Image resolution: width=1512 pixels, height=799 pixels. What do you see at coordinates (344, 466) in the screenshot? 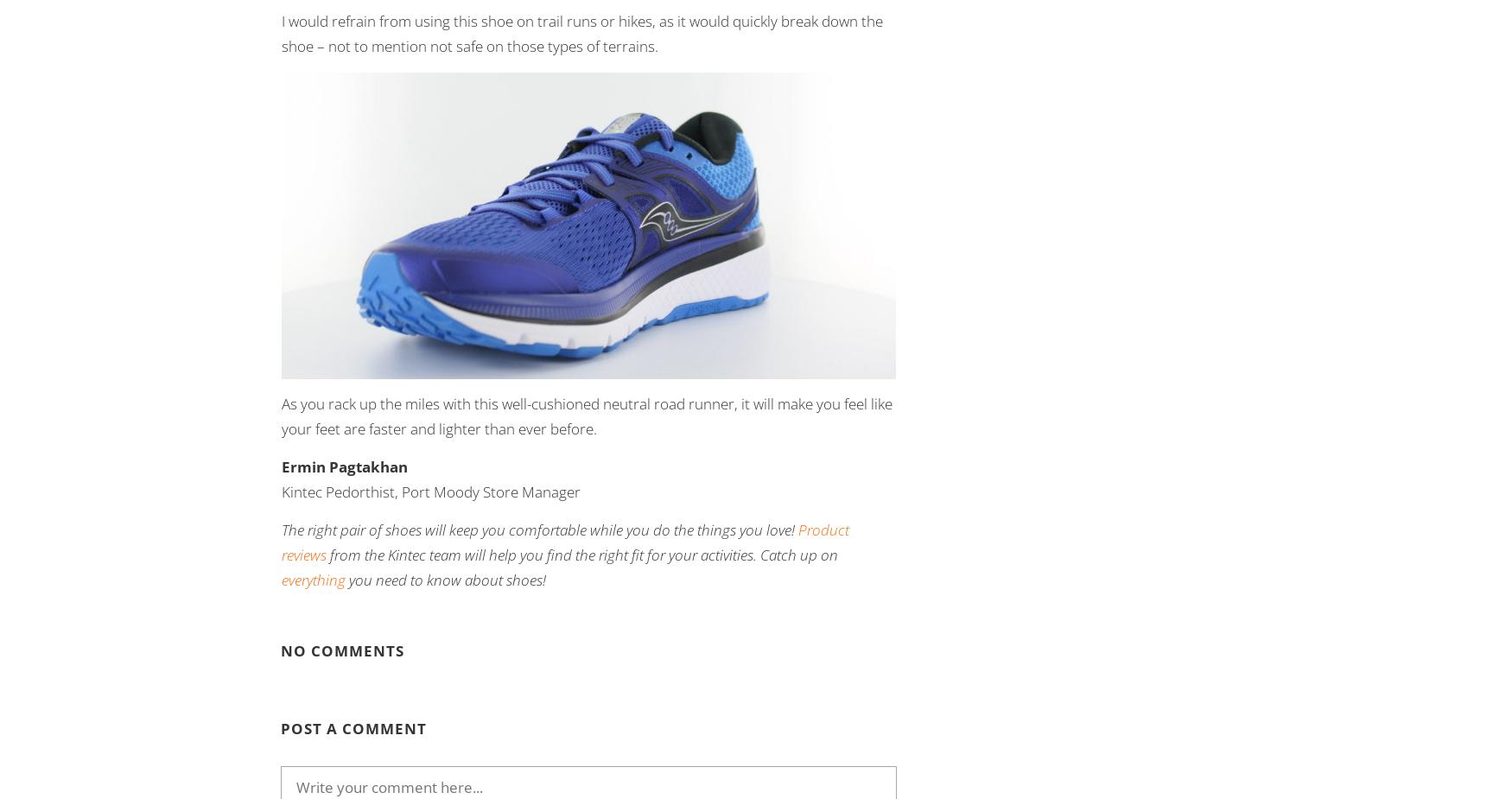
I see `'Ermin Pagtakhan'` at bounding box center [344, 466].